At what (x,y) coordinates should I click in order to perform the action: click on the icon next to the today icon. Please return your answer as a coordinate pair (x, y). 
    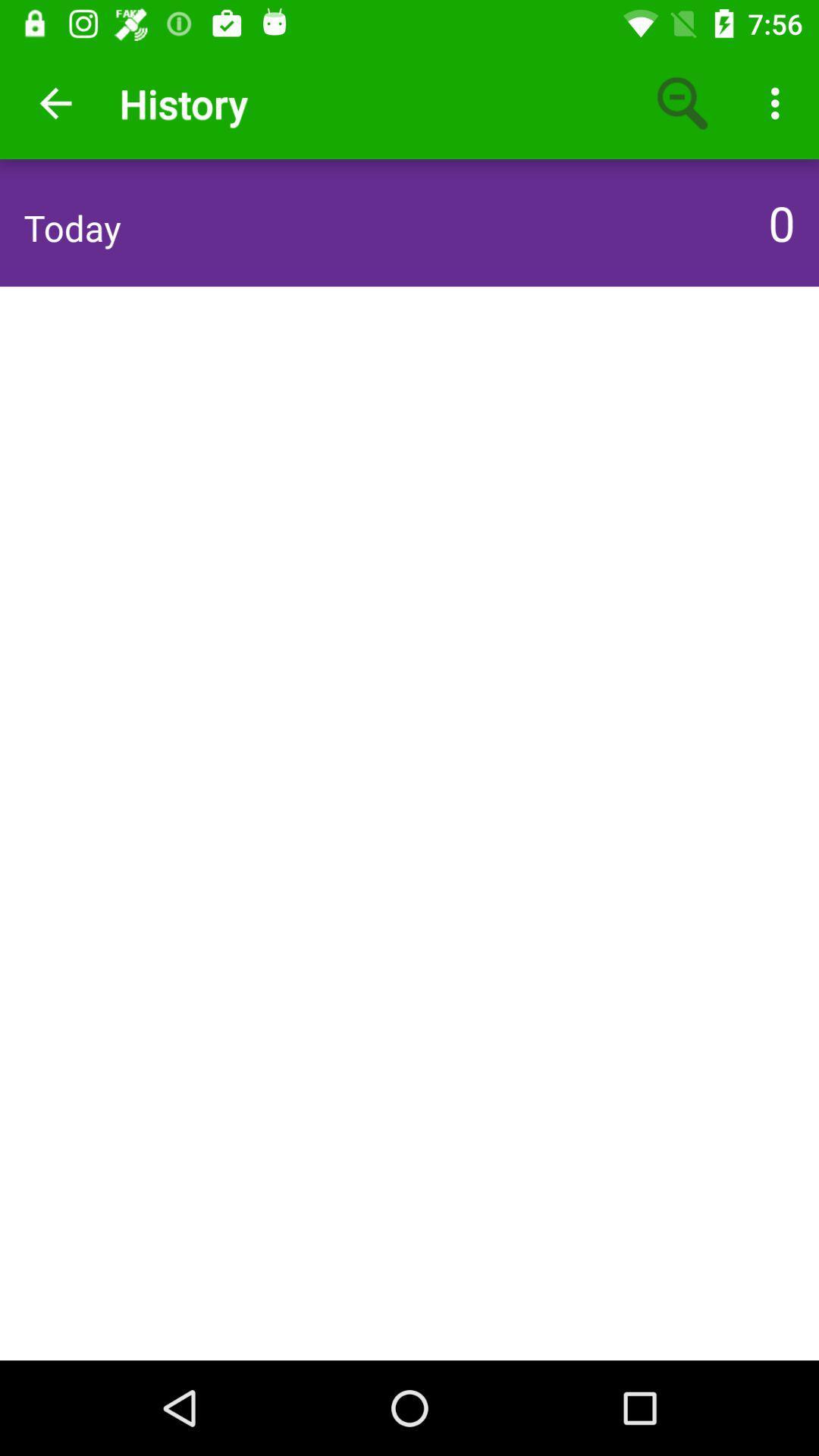
    Looking at the image, I should click on (777, 221).